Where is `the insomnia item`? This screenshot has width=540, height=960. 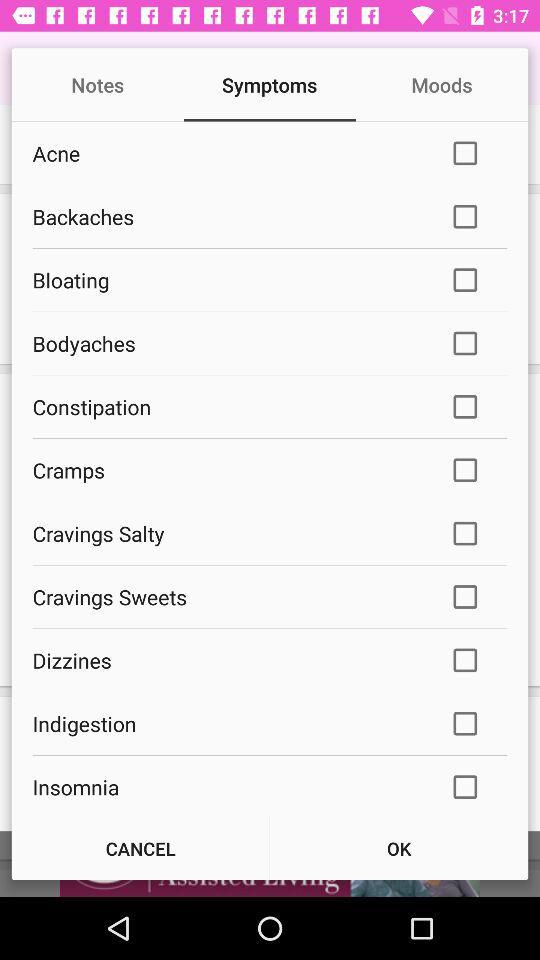 the insomnia item is located at coordinates (226, 787).